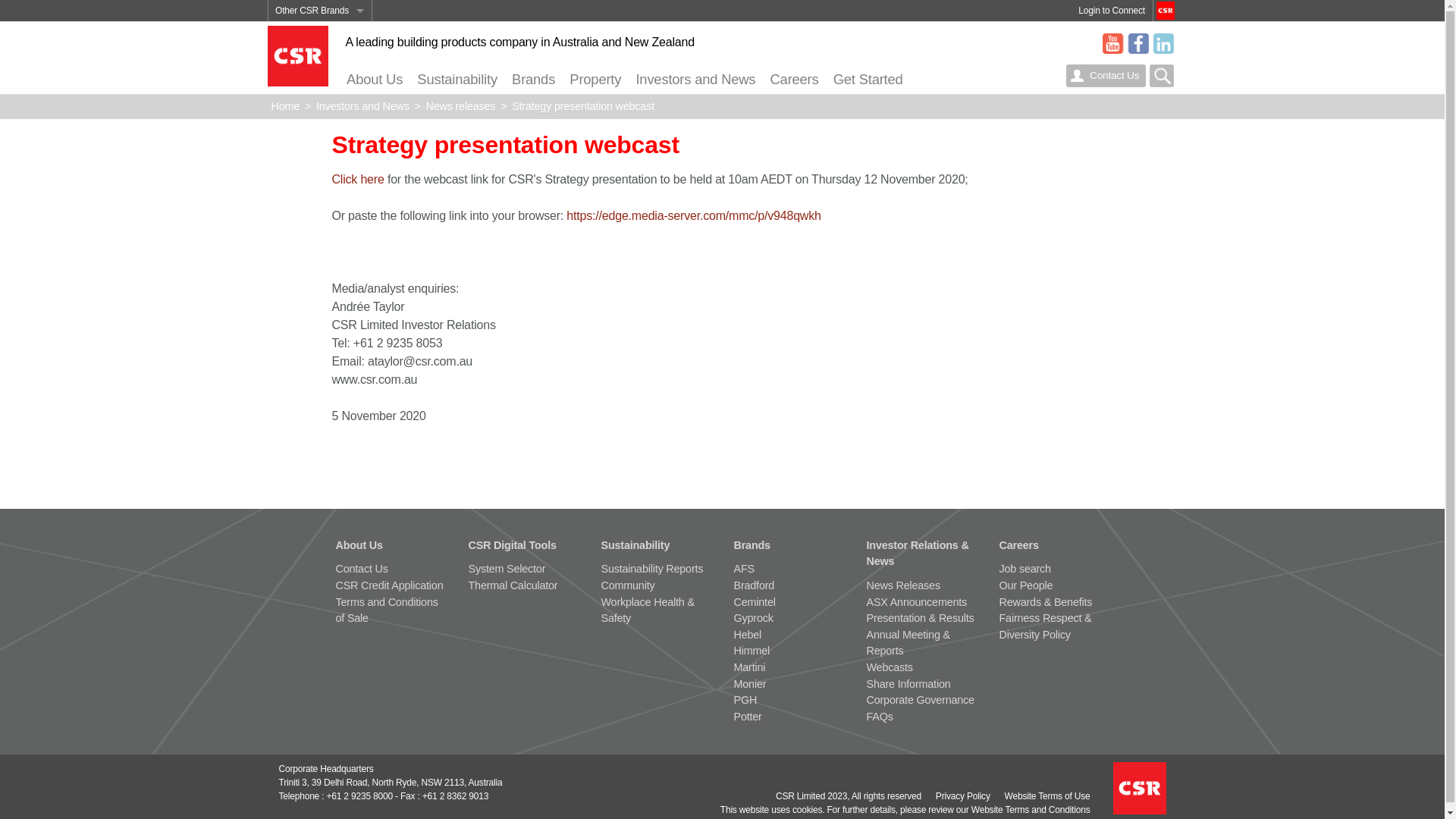 The height and width of the screenshot is (819, 1456). Describe the element at coordinates (879, 717) in the screenshot. I see `'FAQs'` at that location.